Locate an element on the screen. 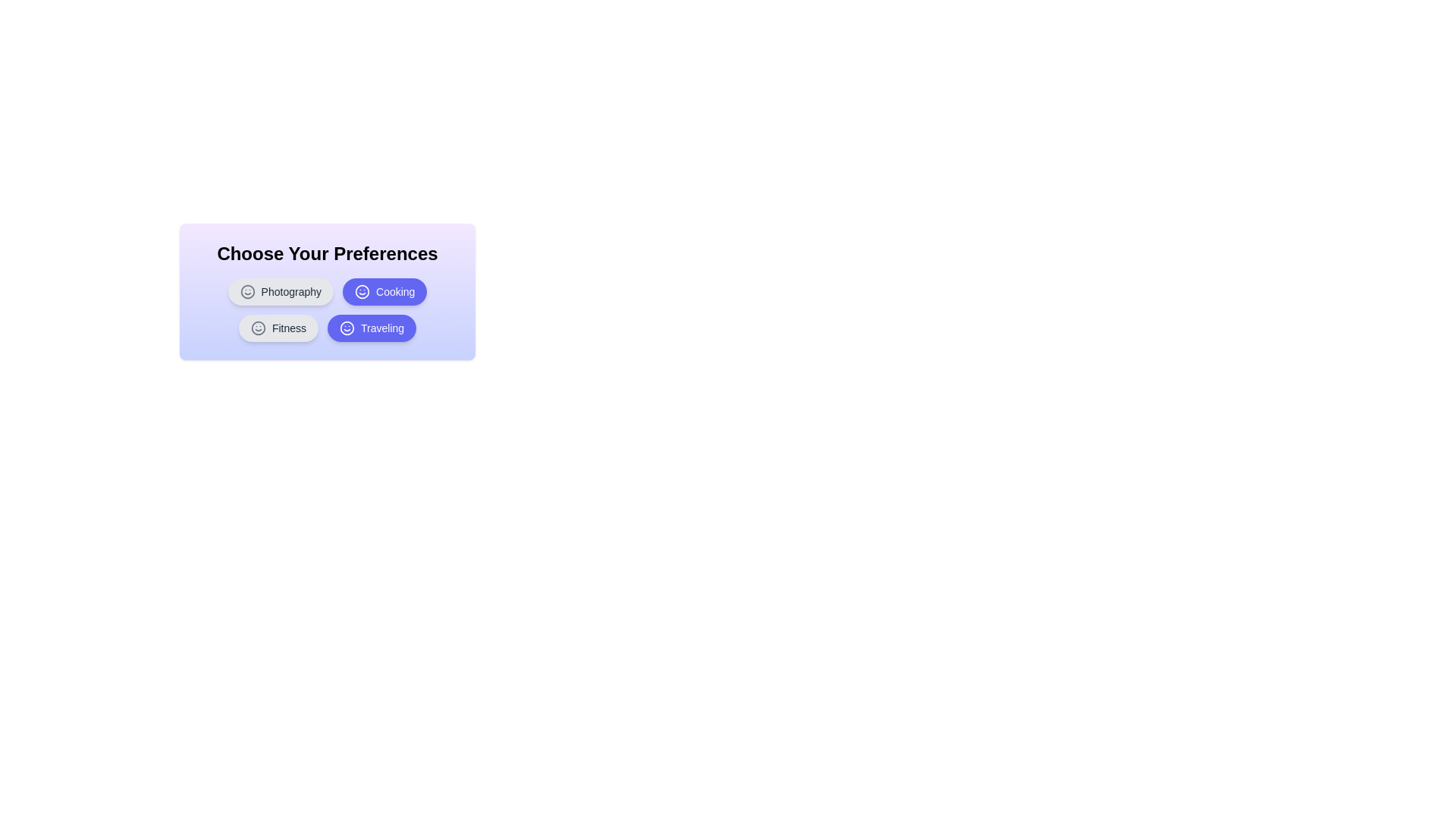  the chip labeled 'Traveling' is located at coordinates (372, 327).